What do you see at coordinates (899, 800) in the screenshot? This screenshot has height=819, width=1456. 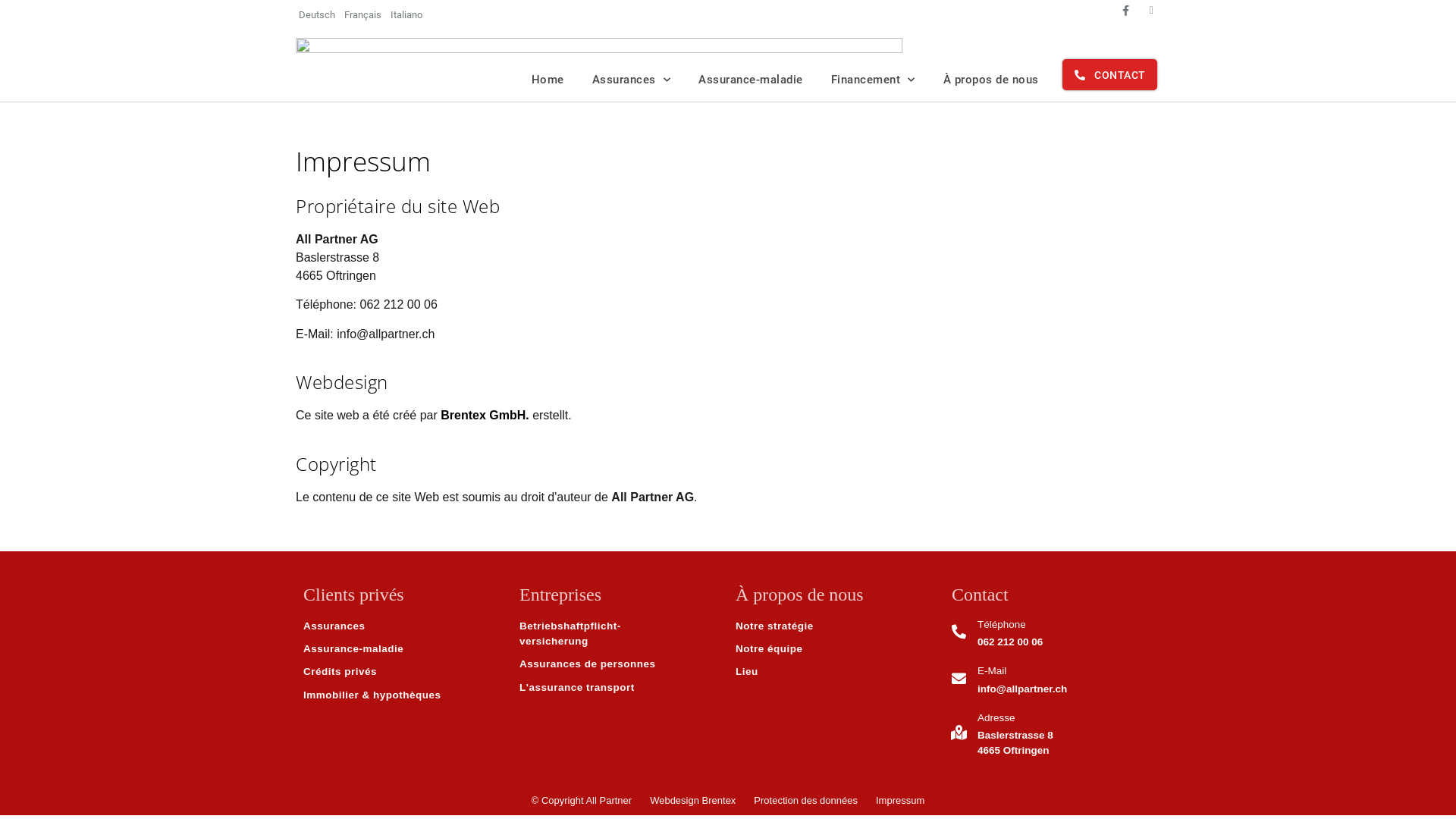 I see `'Impressum'` at bounding box center [899, 800].